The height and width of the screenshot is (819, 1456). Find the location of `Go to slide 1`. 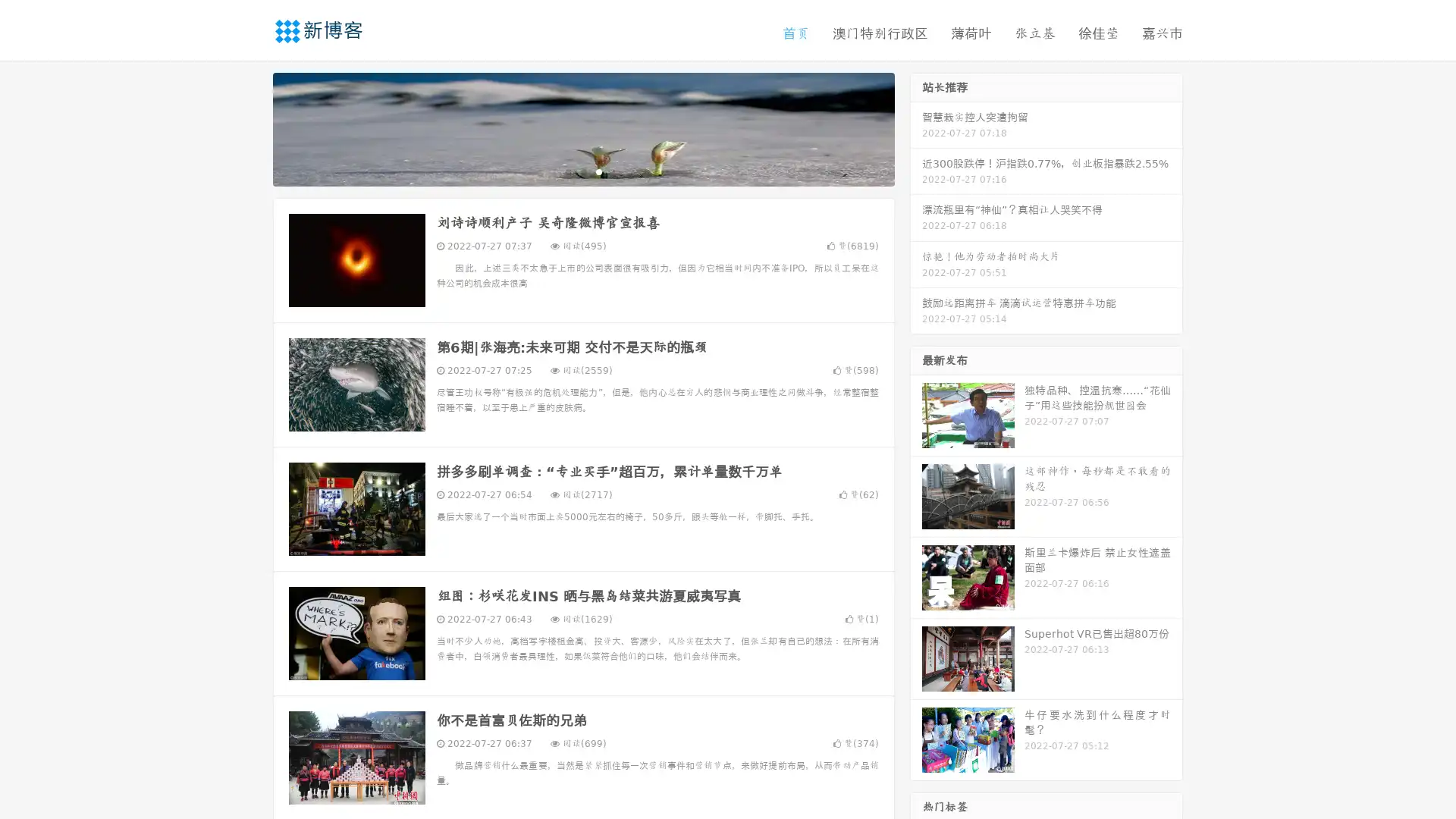

Go to slide 1 is located at coordinates (567, 171).